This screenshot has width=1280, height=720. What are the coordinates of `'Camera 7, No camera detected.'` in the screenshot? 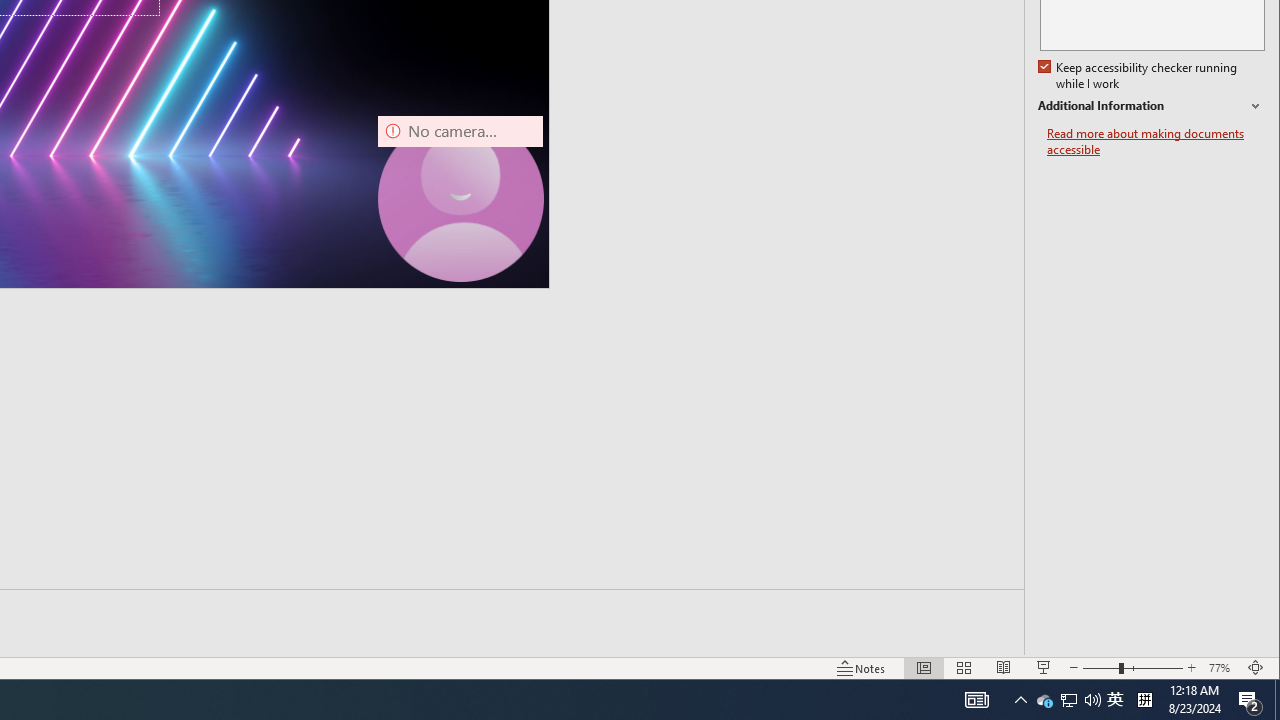 It's located at (459, 198).